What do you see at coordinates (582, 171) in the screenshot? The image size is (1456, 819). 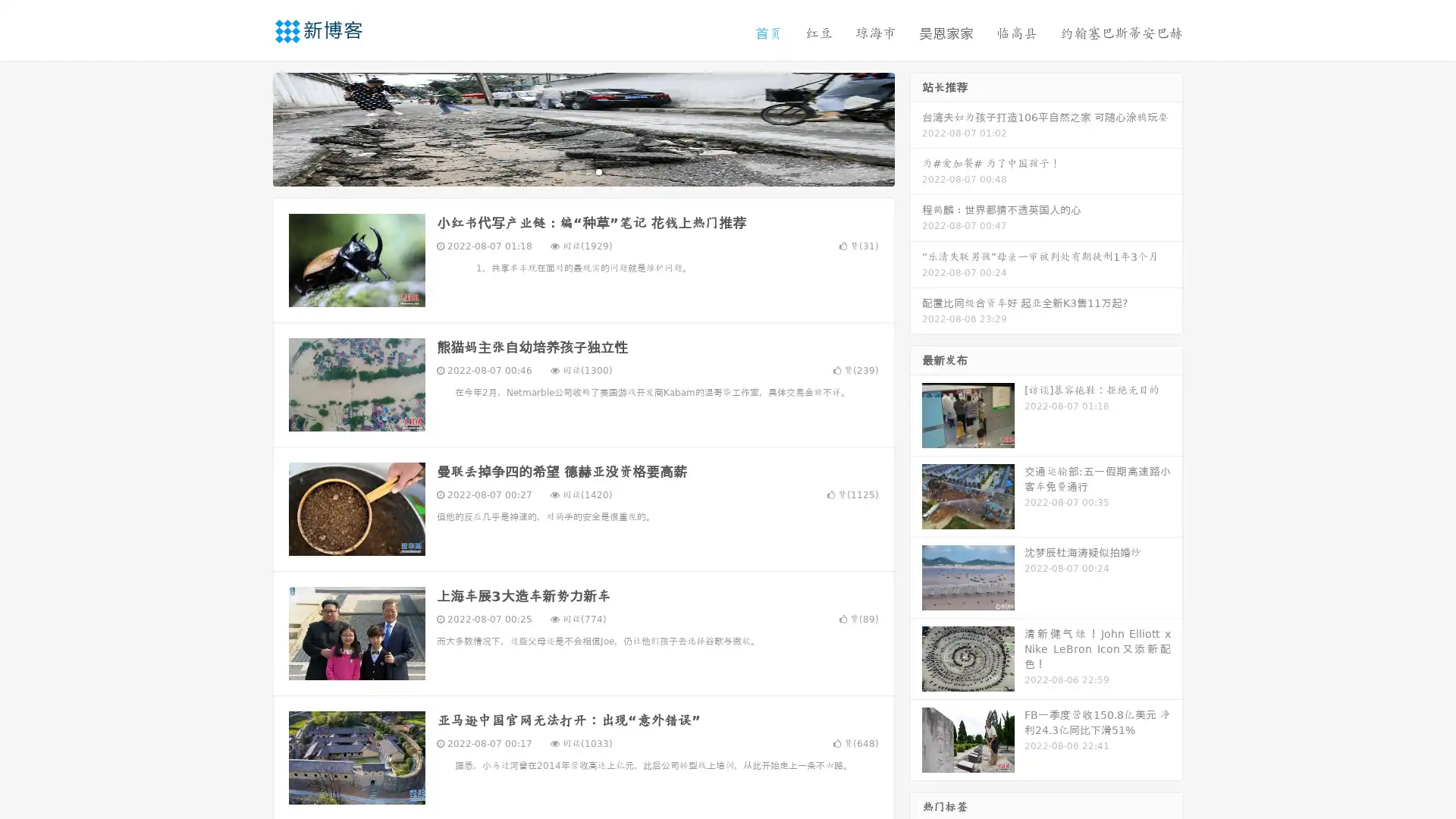 I see `Go to slide 2` at bounding box center [582, 171].